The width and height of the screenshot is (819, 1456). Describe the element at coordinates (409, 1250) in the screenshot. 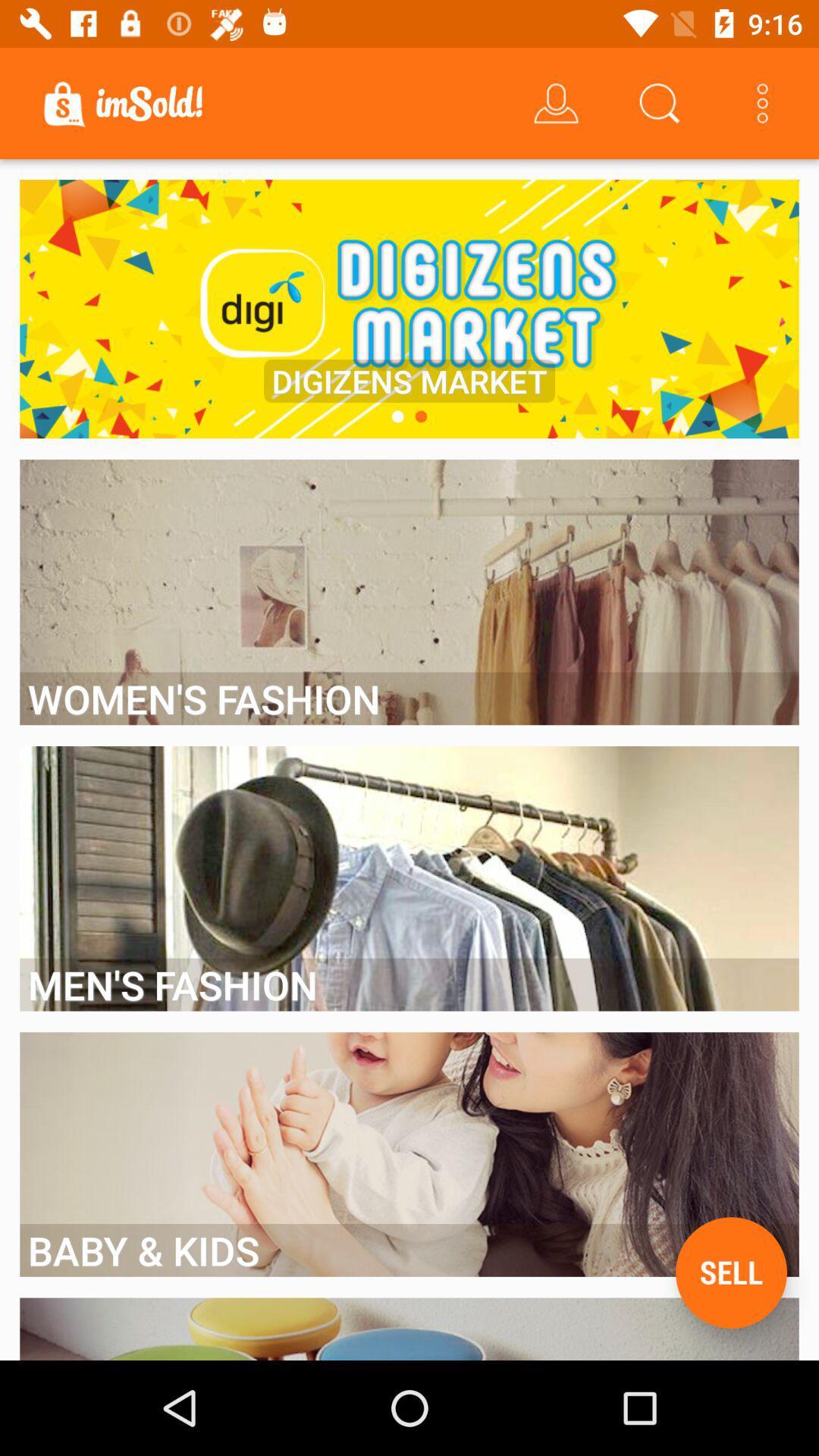

I see `baby & kids` at that location.